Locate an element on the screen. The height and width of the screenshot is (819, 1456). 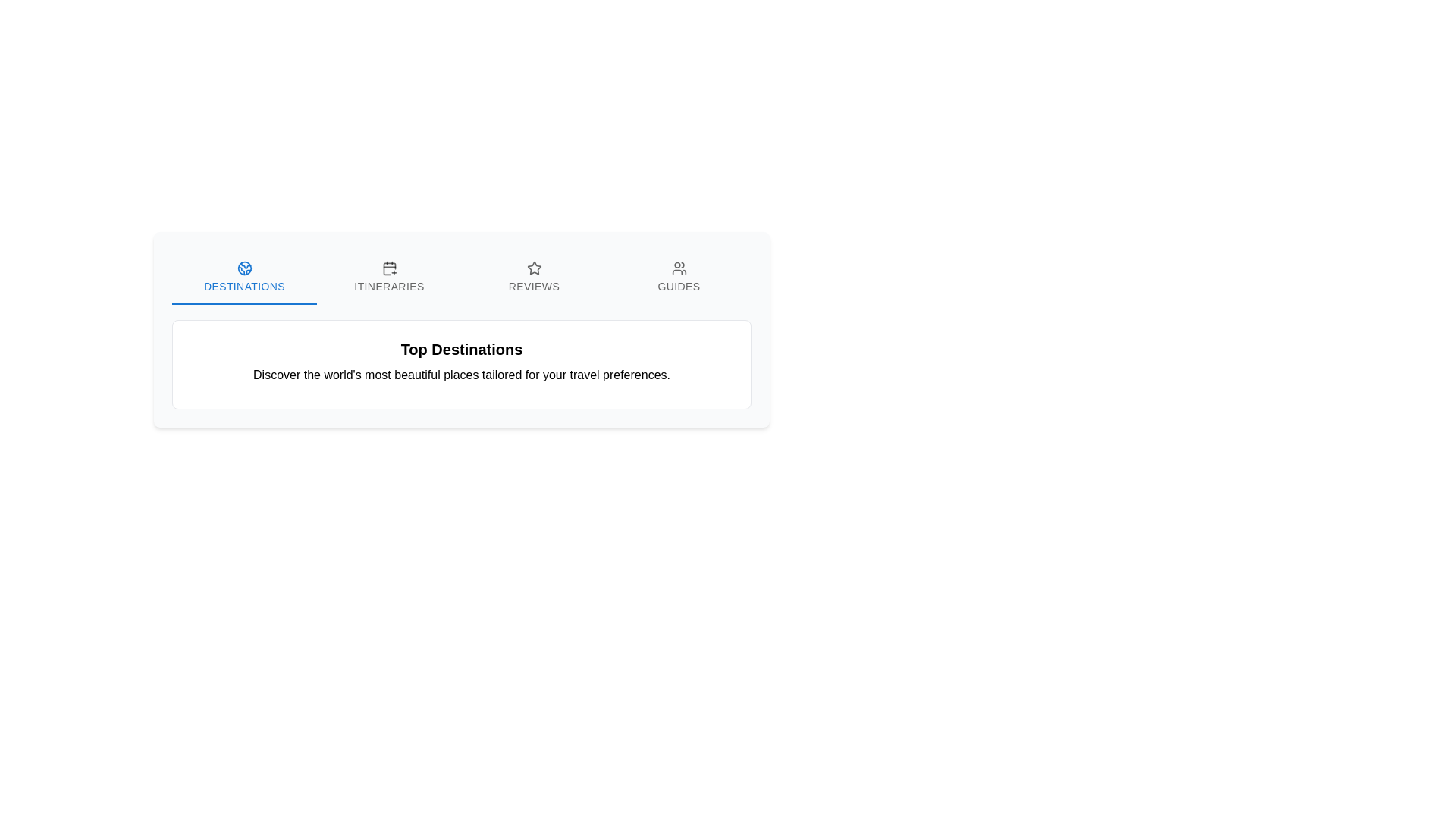
the text block that provides enticing descriptions of destinations, located directly under the 'Top Destinations' heading is located at coordinates (461, 375).